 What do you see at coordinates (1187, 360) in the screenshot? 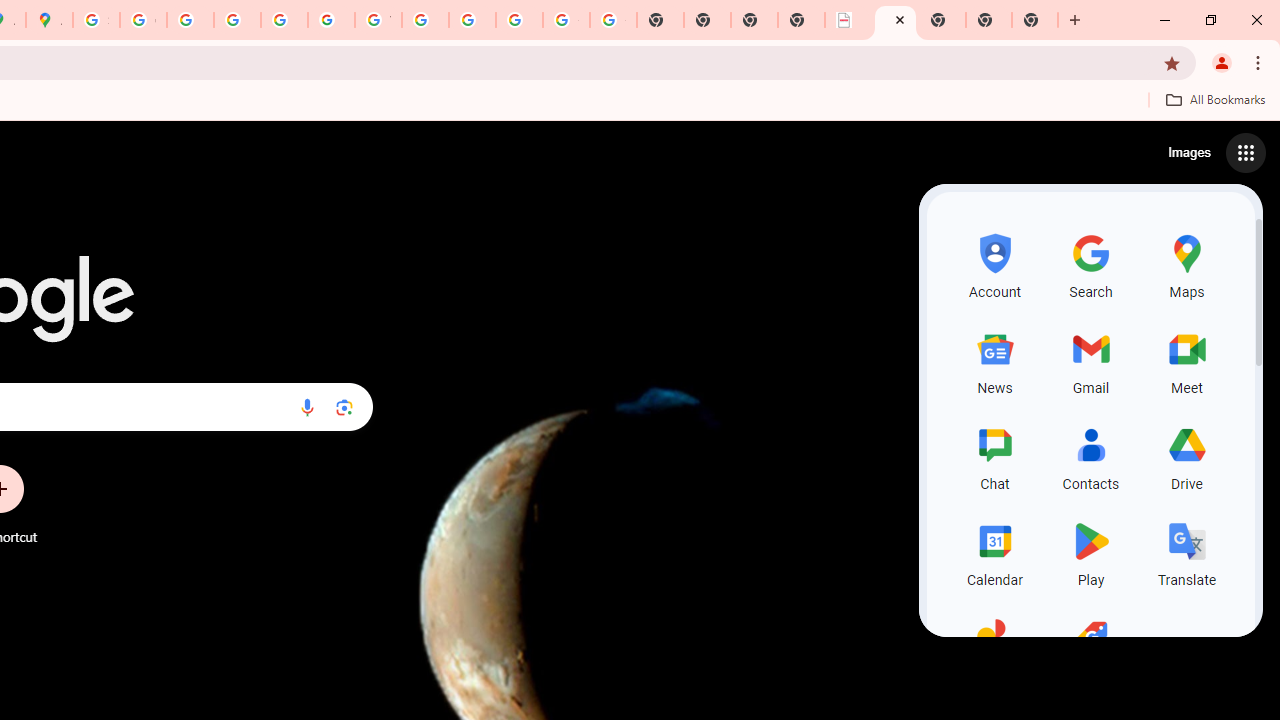
I see `'Meet, row 2 of 5 and column 3 of 3 in the first section'` at bounding box center [1187, 360].